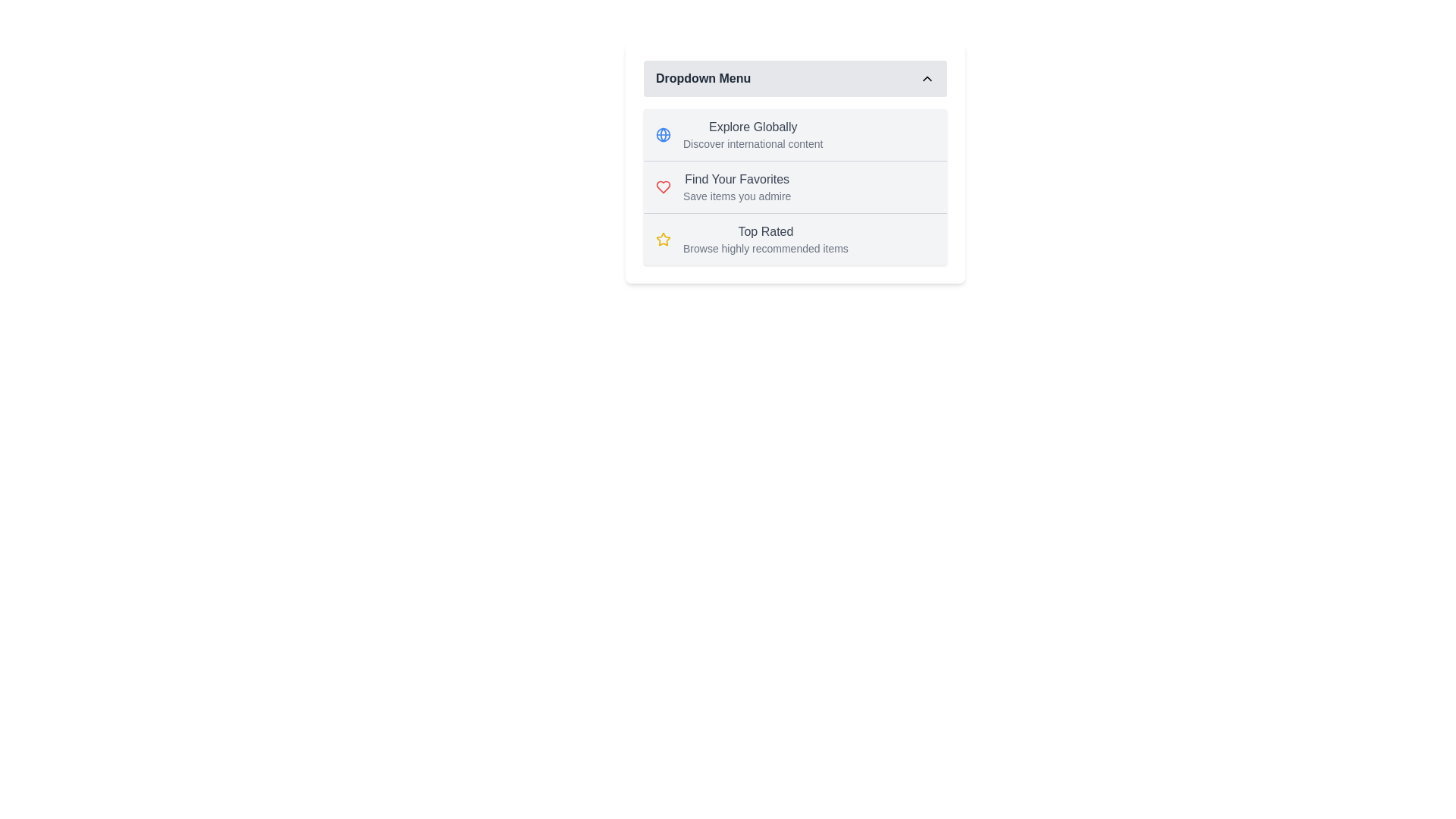 This screenshot has width=1456, height=819. Describe the element at coordinates (753, 143) in the screenshot. I see `the static text element that contains the text 'Discover international content' located below 'Explore Globally' in the dropdown menu panel` at that location.